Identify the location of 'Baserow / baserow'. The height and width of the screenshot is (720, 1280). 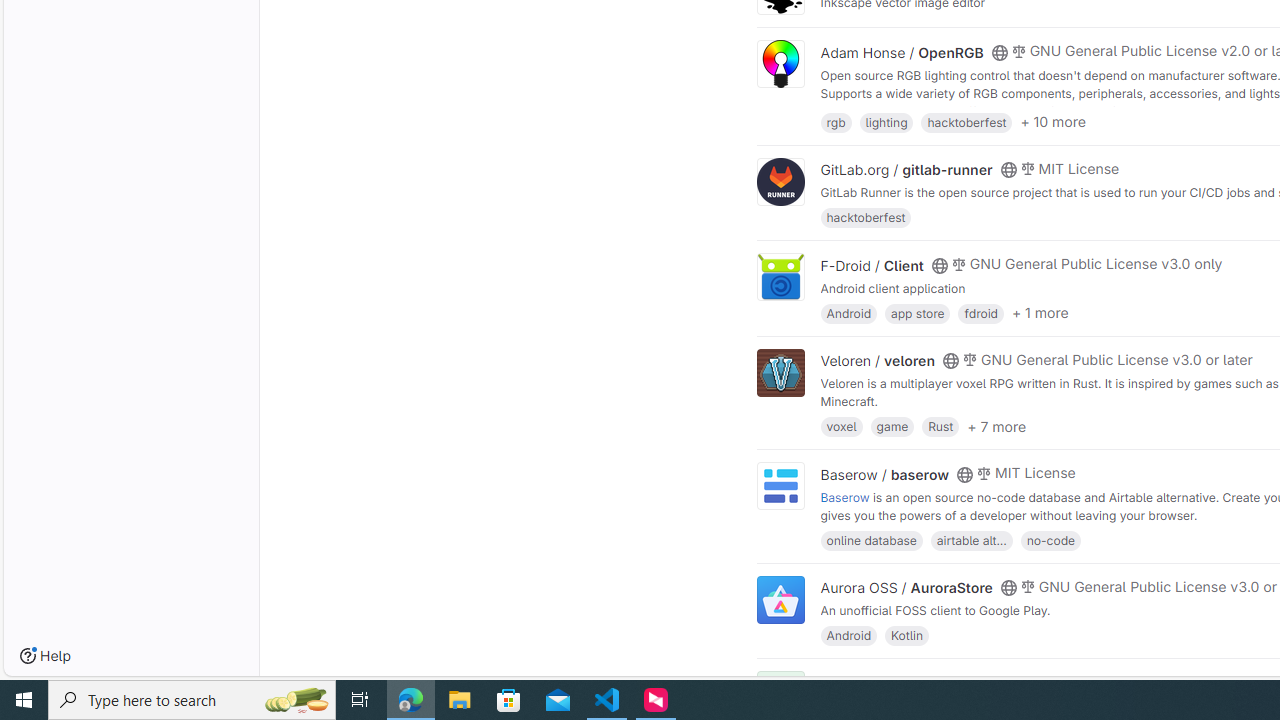
(884, 474).